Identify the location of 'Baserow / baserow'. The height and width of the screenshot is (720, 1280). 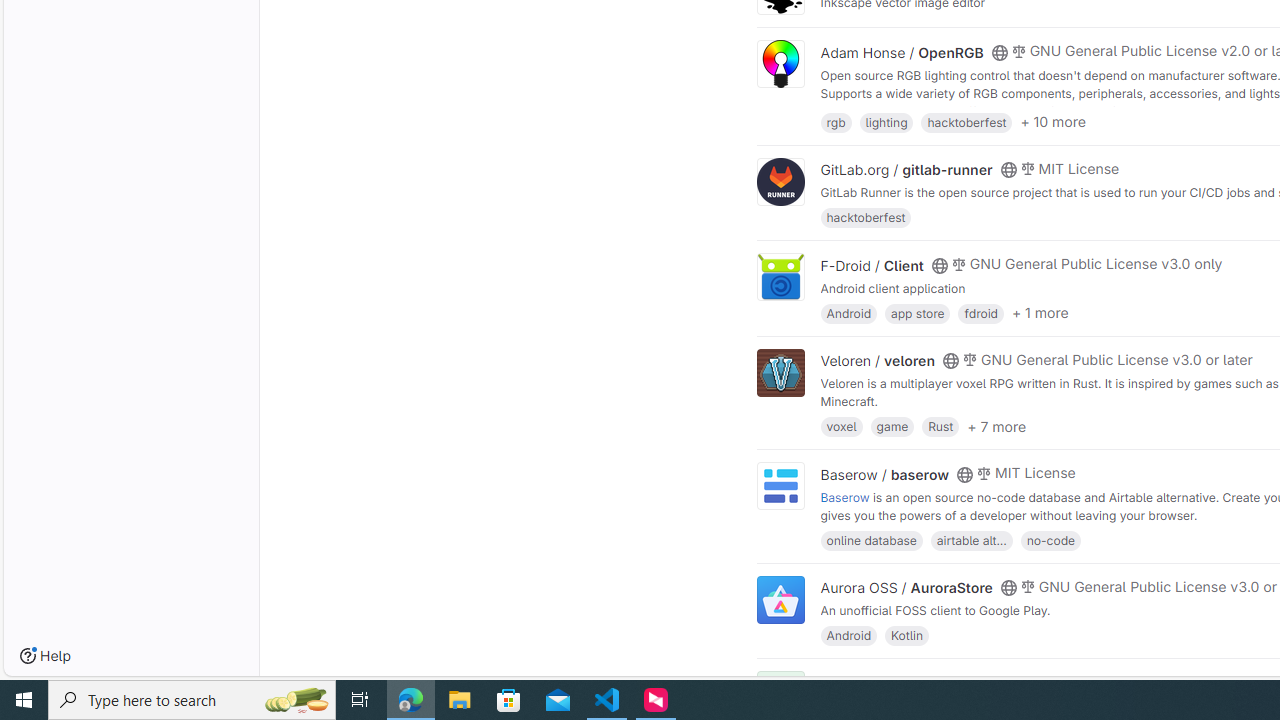
(884, 474).